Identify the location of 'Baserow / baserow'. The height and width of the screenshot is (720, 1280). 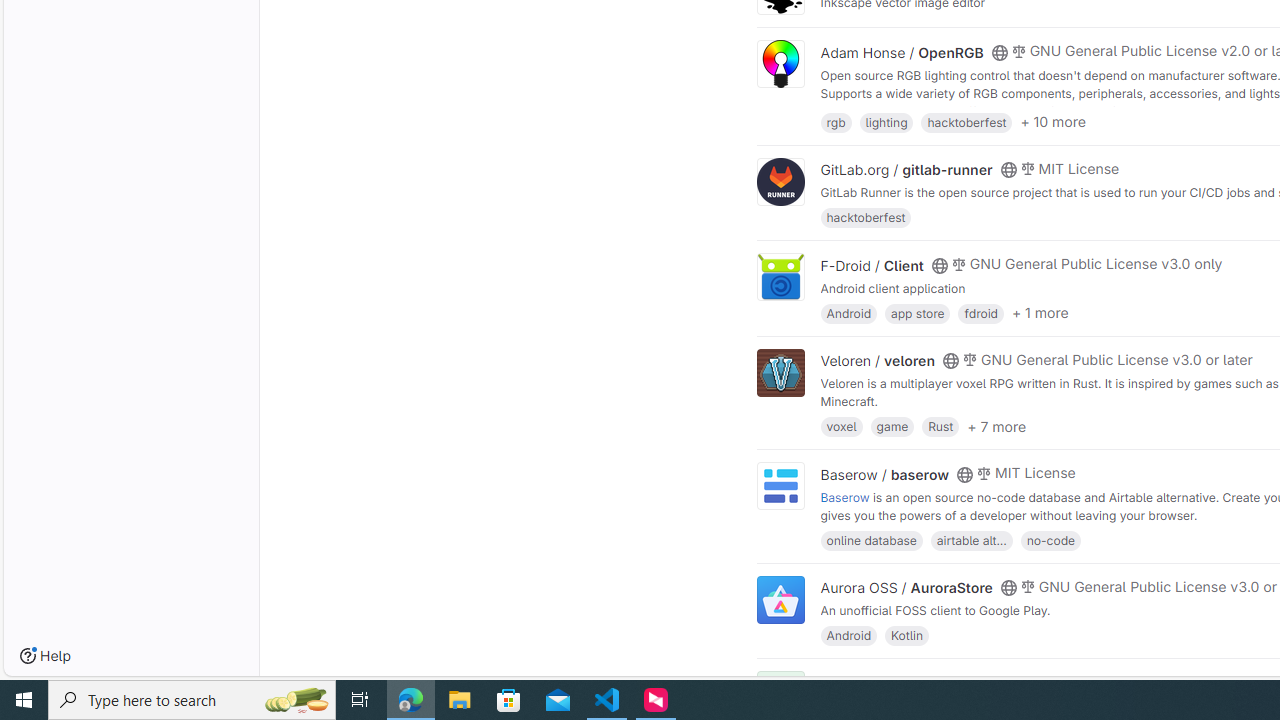
(884, 474).